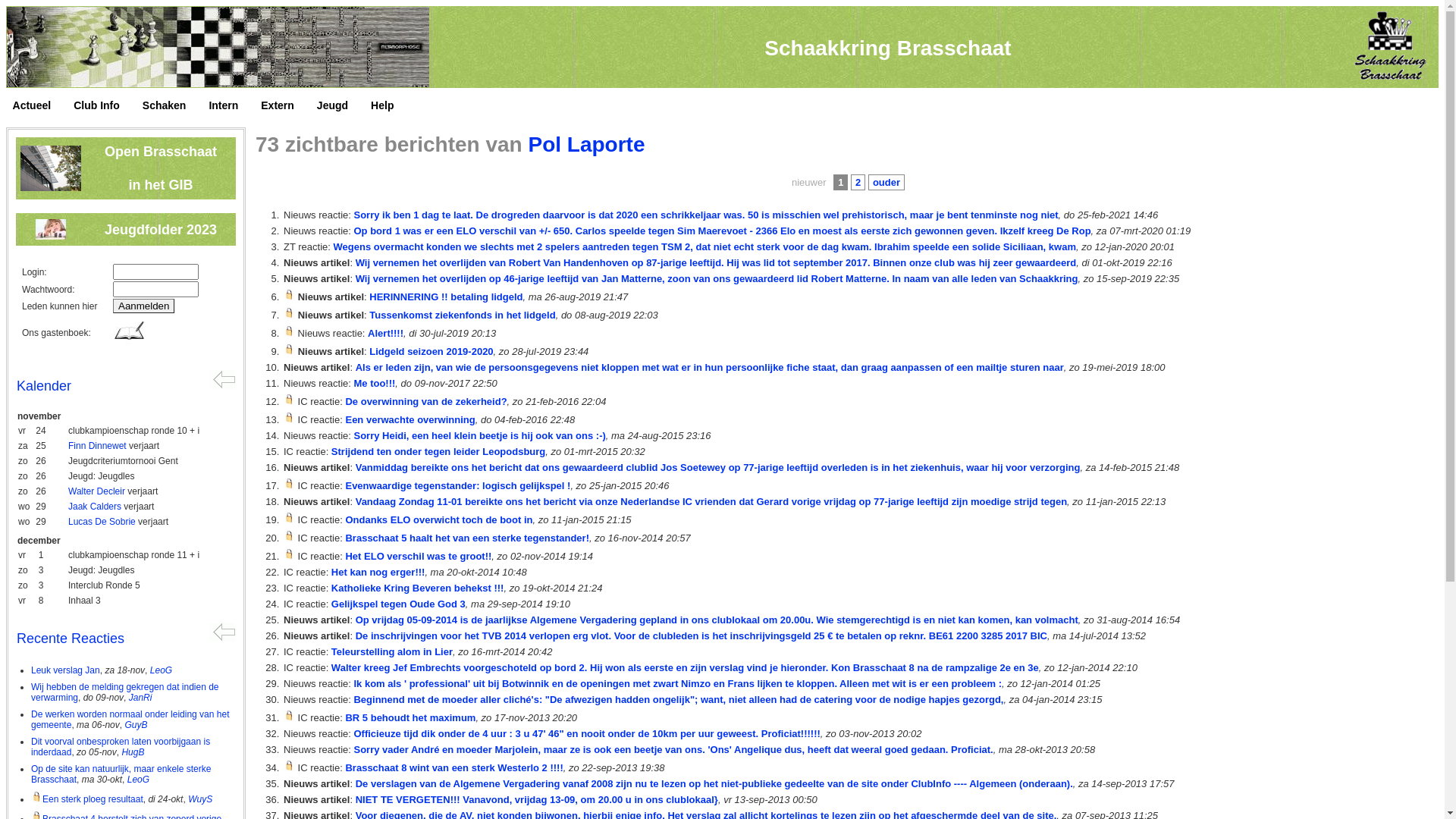  Describe the element at coordinates (289, 554) in the screenshot. I see `'Enkel zichtbaar voor clubleden'` at that location.